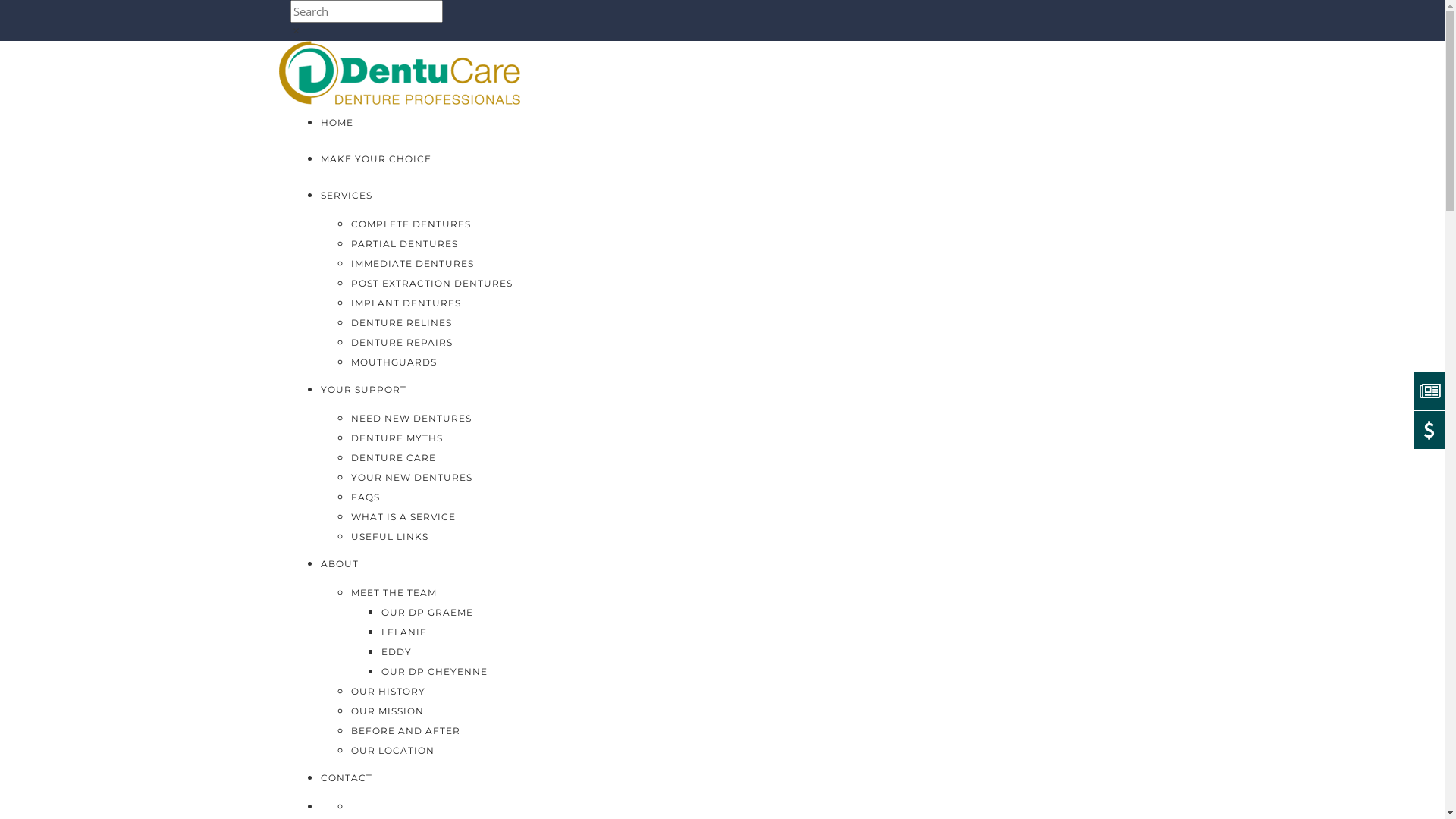 The width and height of the screenshot is (1456, 819). Describe the element at coordinates (335, 121) in the screenshot. I see `'HOME'` at that location.